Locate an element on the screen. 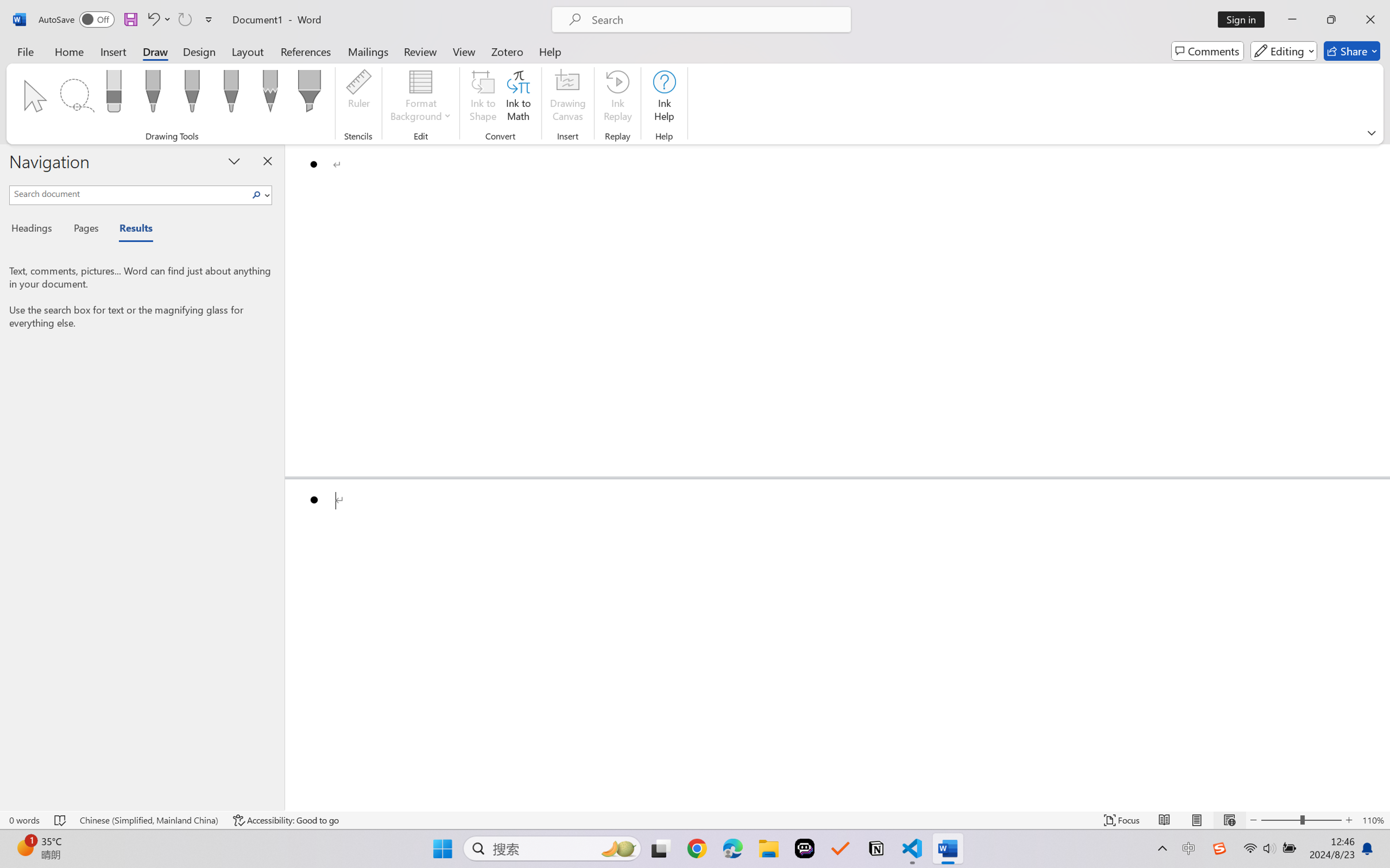 The height and width of the screenshot is (868, 1390). 'Undo Bullet Default' is located at coordinates (152, 19).